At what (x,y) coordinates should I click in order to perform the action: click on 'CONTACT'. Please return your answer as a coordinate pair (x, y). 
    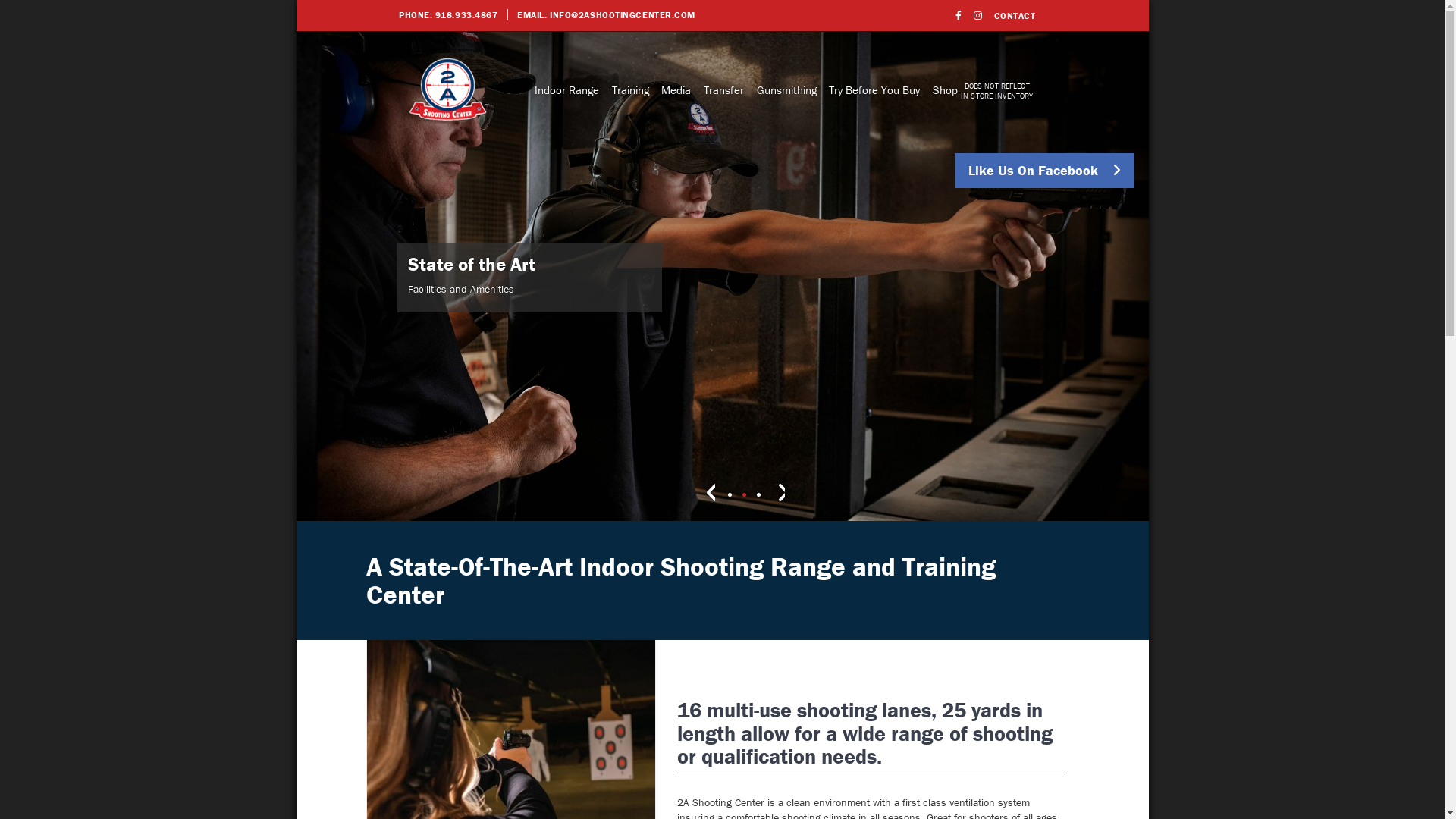
    Looking at the image, I should click on (1014, 15).